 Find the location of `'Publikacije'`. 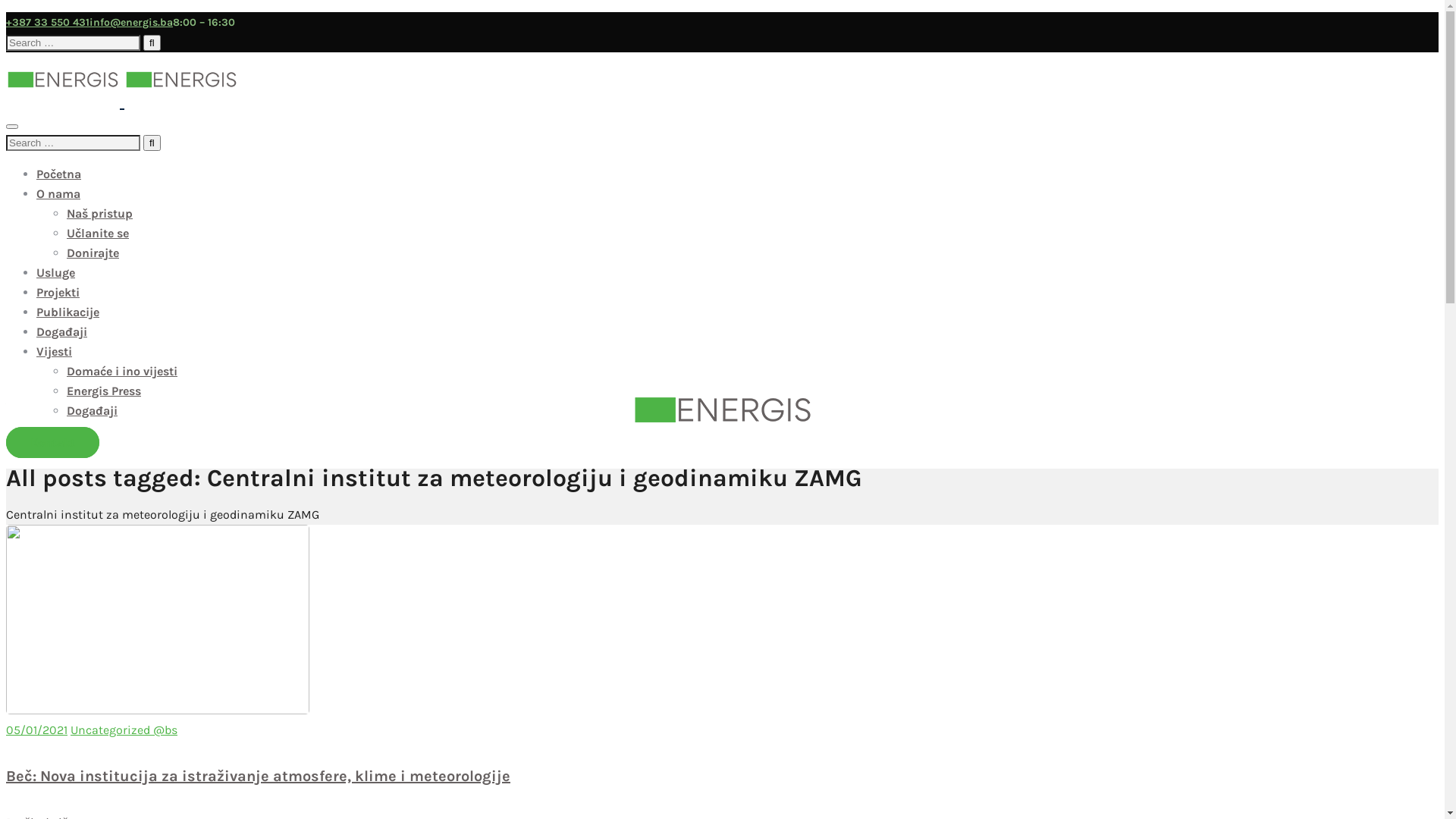

'Publikacije' is located at coordinates (67, 311).